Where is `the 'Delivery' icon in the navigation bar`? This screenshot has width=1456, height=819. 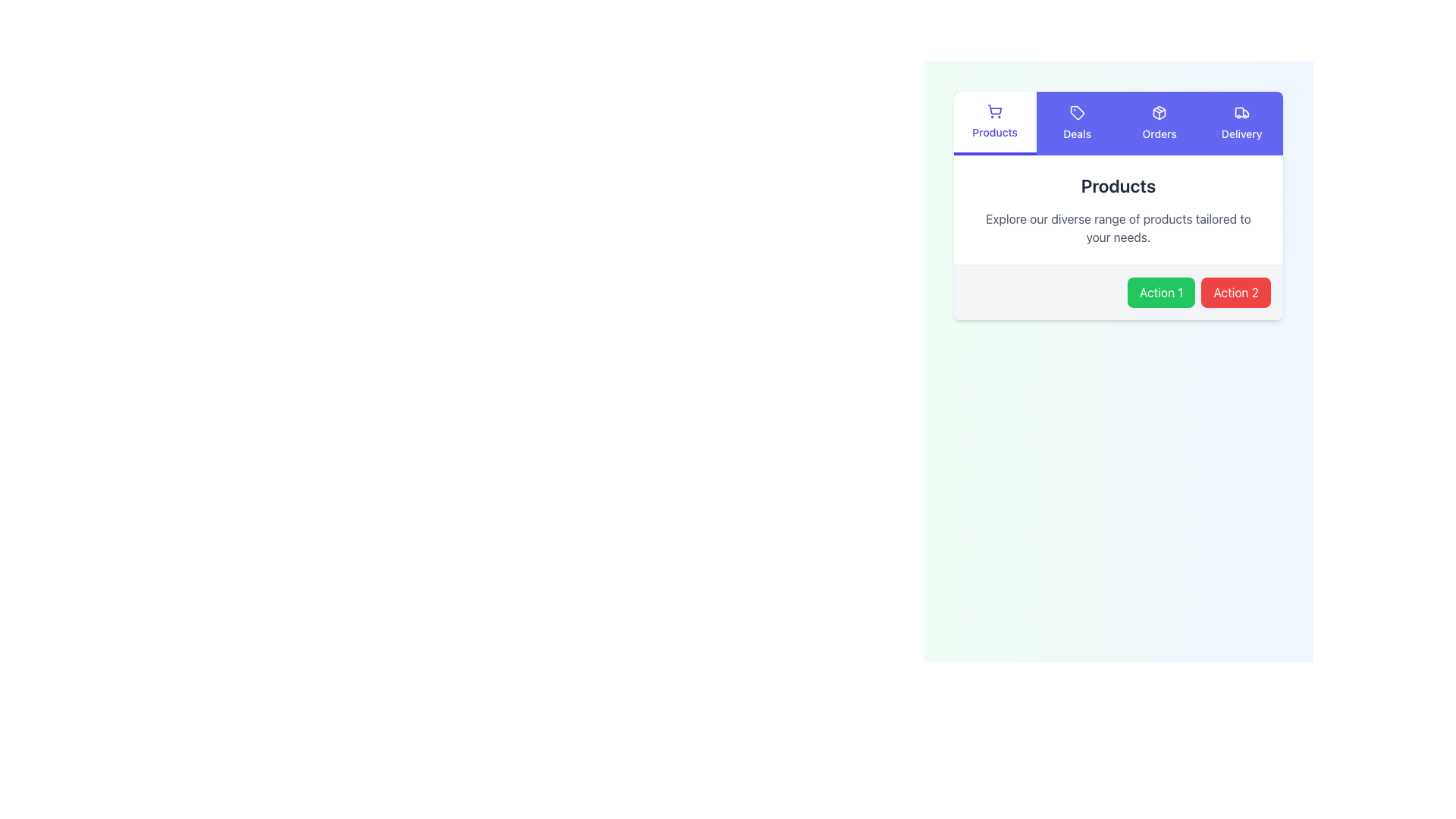 the 'Delivery' icon in the navigation bar is located at coordinates (1241, 112).